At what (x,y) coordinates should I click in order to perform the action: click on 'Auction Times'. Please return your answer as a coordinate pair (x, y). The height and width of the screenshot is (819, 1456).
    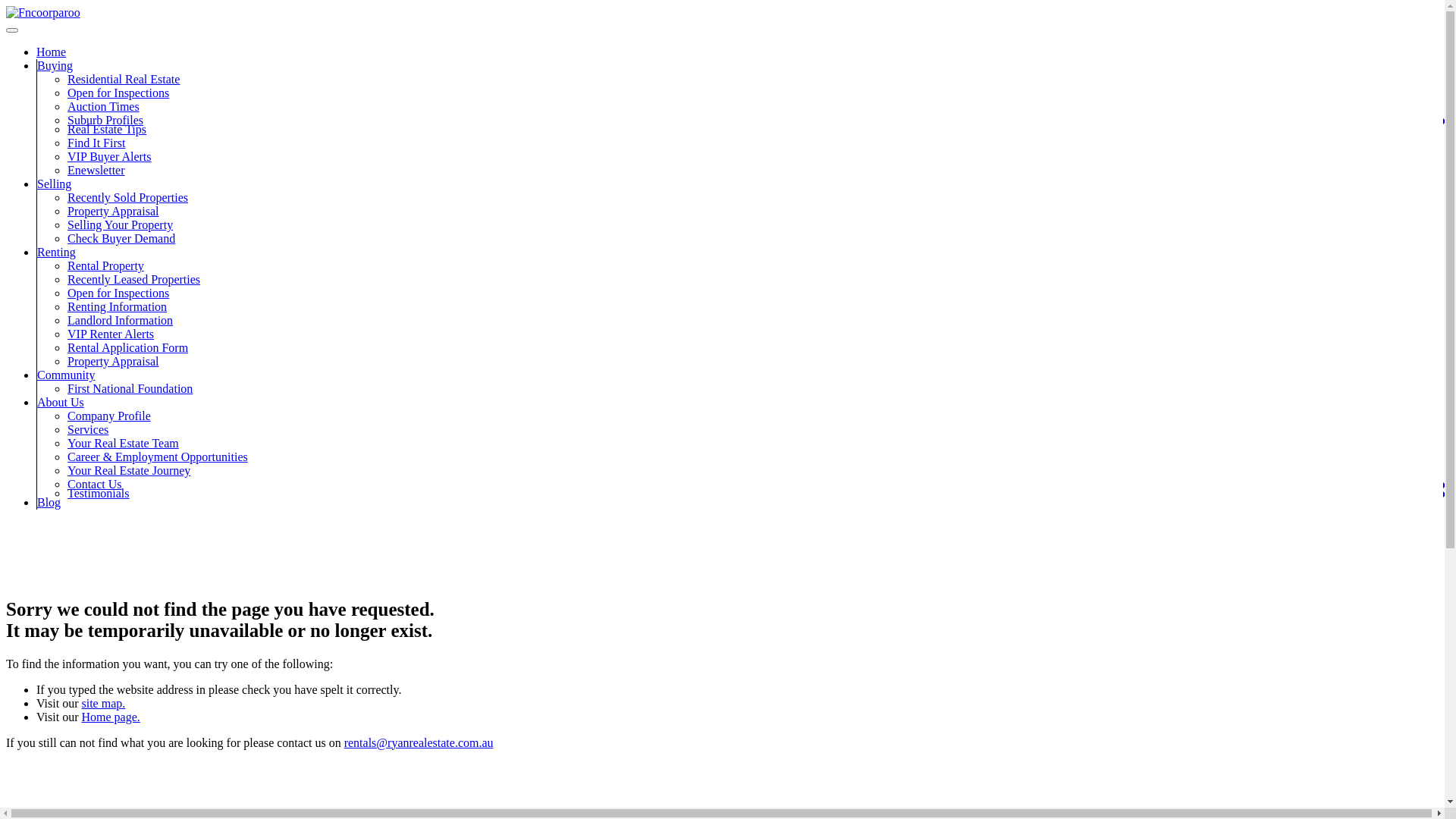
    Looking at the image, I should click on (67, 105).